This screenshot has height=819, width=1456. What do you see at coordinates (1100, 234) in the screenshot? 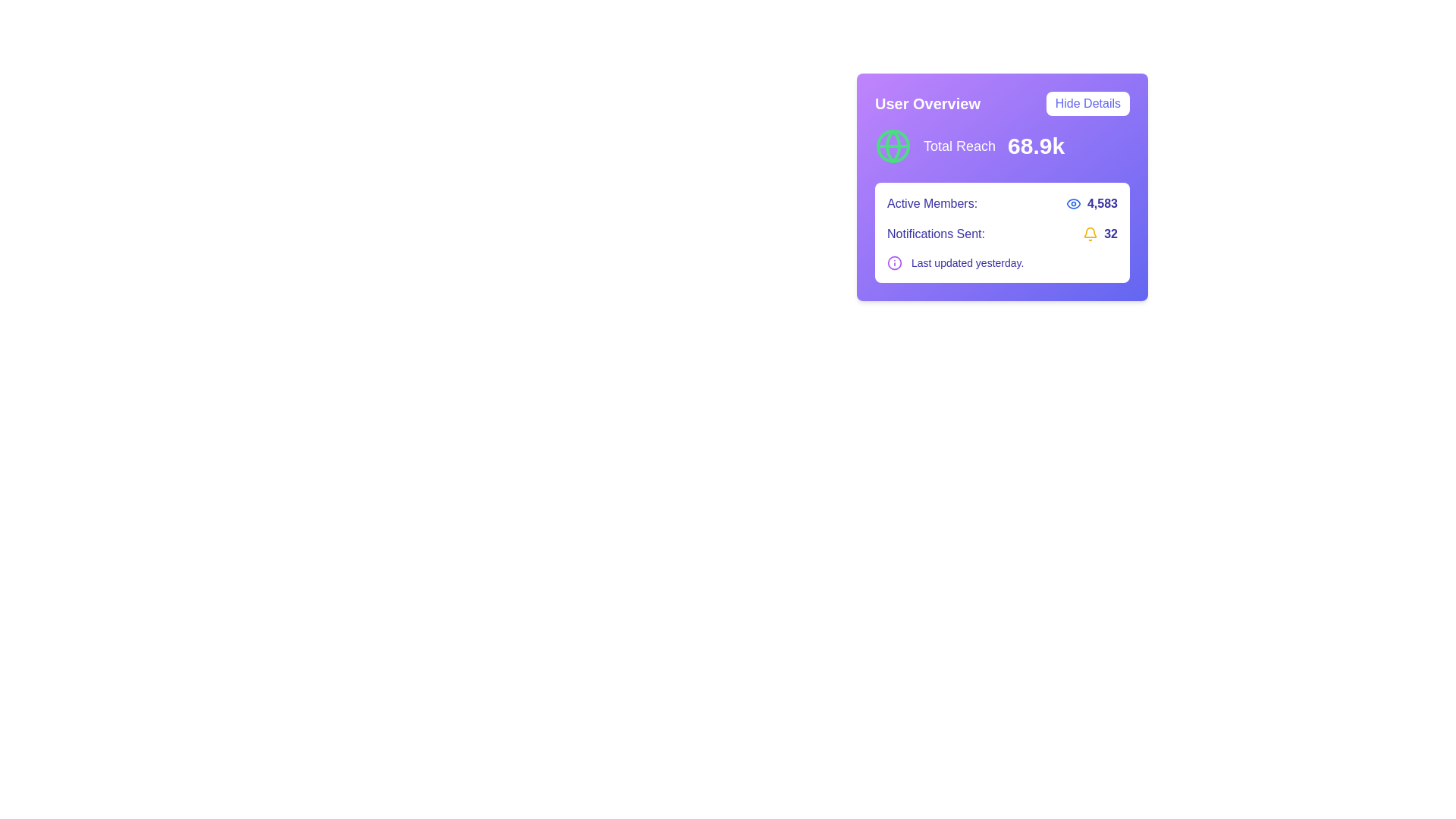
I see `the yellow bell icon with the count '32' in the 'Notifications Sent:' section of the User Overview card` at bounding box center [1100, 234].